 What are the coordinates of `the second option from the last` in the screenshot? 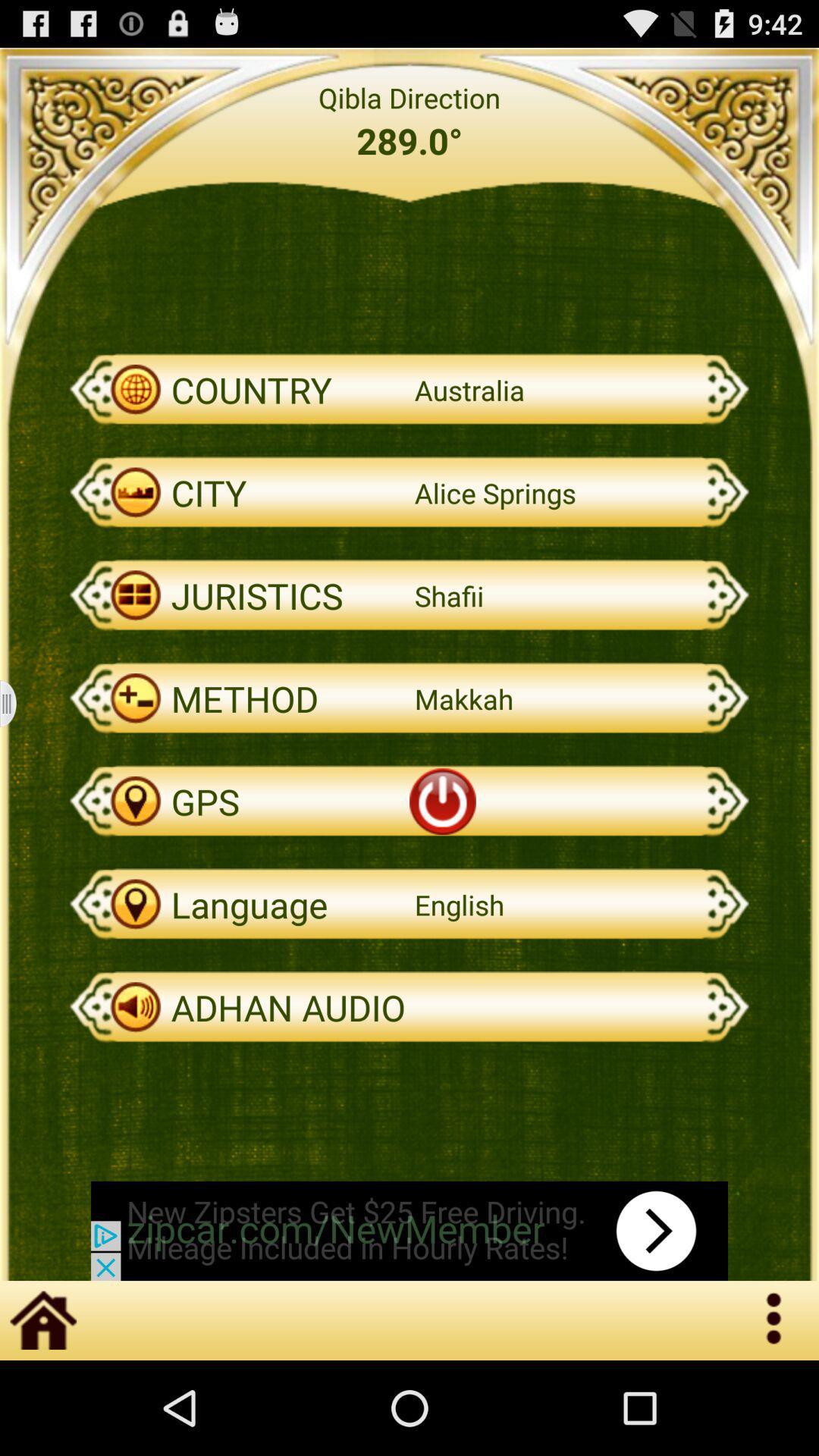 It's located at (409, 905).